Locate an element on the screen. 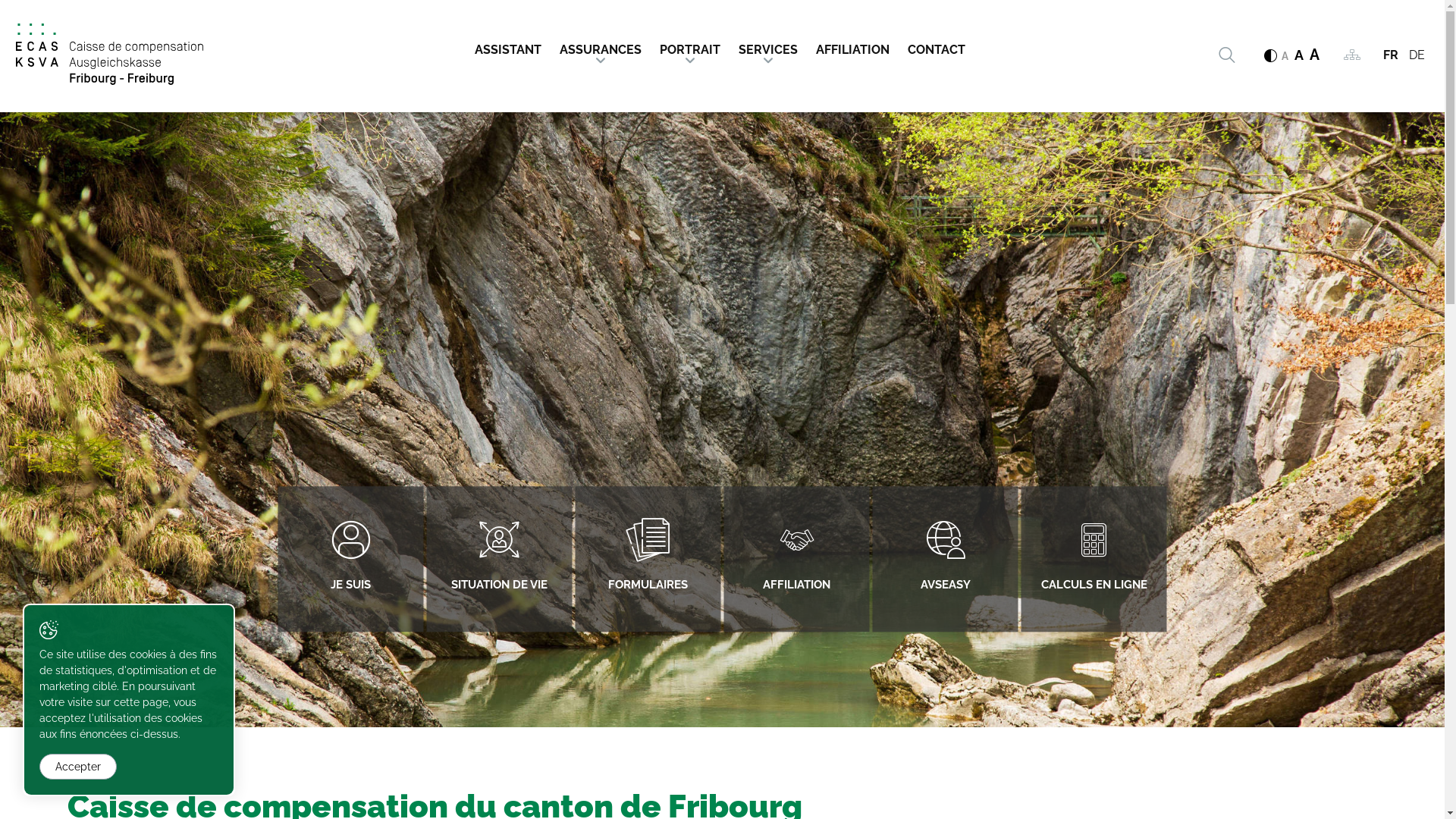 Image resolution: width=1456 pixels, height=819 pixels. 'A' is located at coordinates (1313, 54).